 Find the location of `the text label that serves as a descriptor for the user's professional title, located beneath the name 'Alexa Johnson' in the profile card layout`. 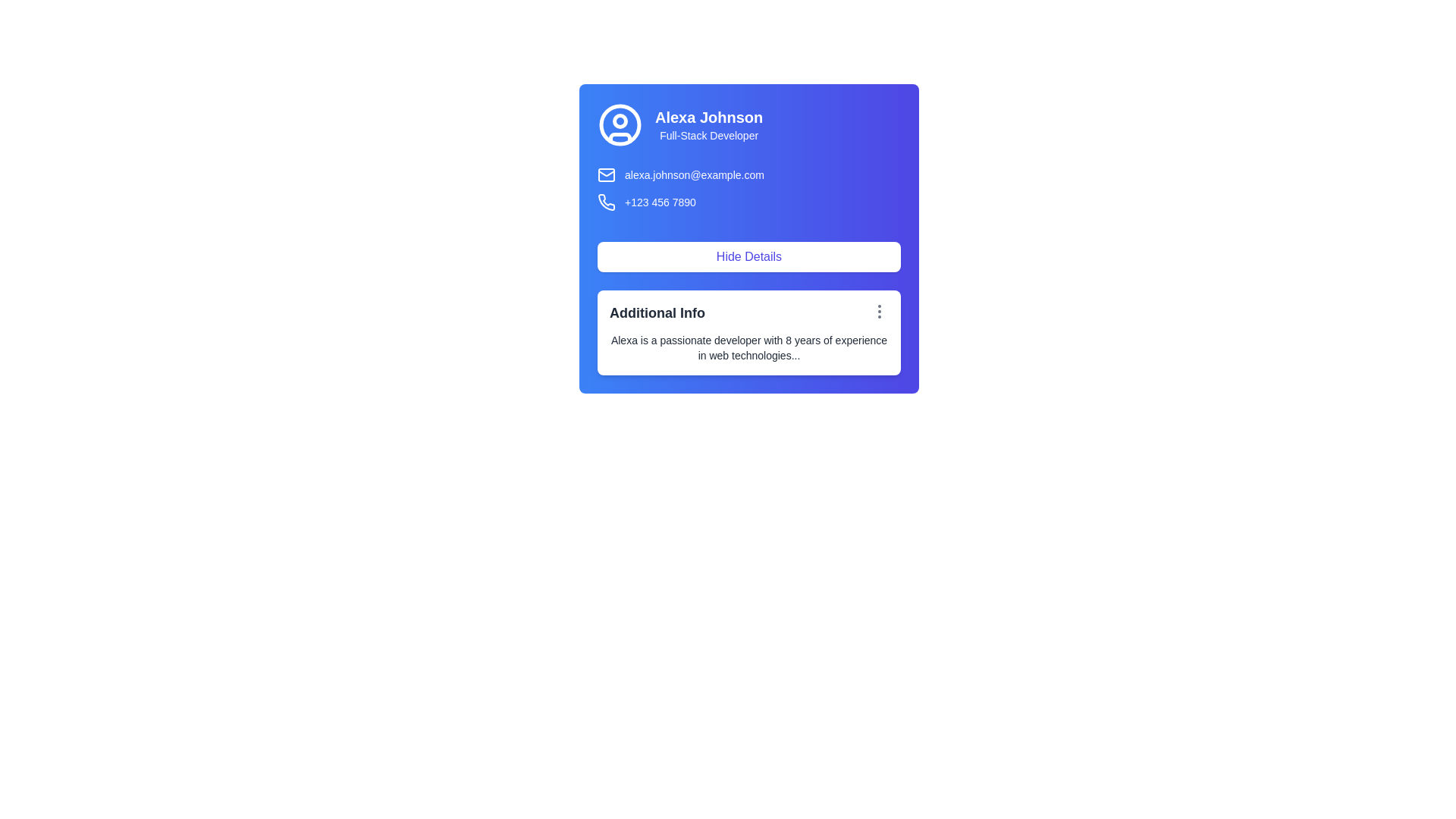

the text label that serves as a descriptor for the user's professional title, located beneath the name 'Alexa Johnson' in the profile card layout is located at coordinates (708, 134).